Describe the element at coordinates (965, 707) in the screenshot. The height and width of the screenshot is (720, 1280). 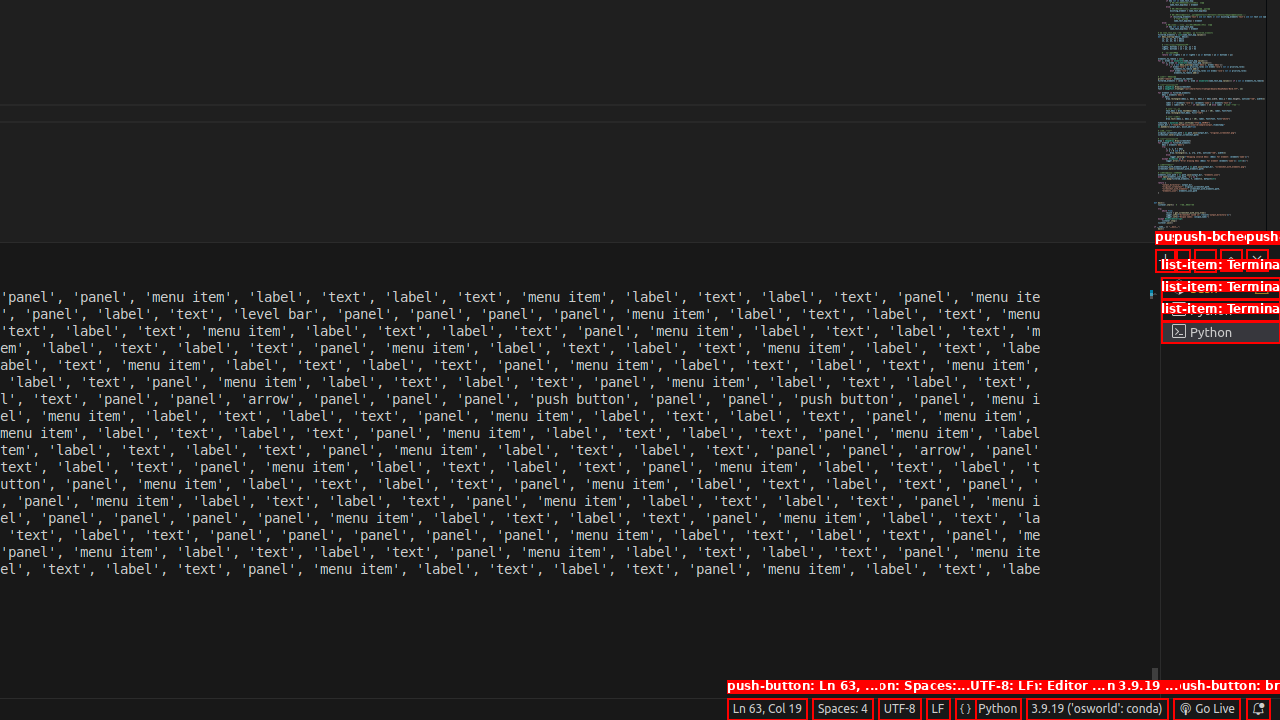
I see `'Editor Language Status: Auto Import Completions: false, next: Type Checking: off'` at that location.